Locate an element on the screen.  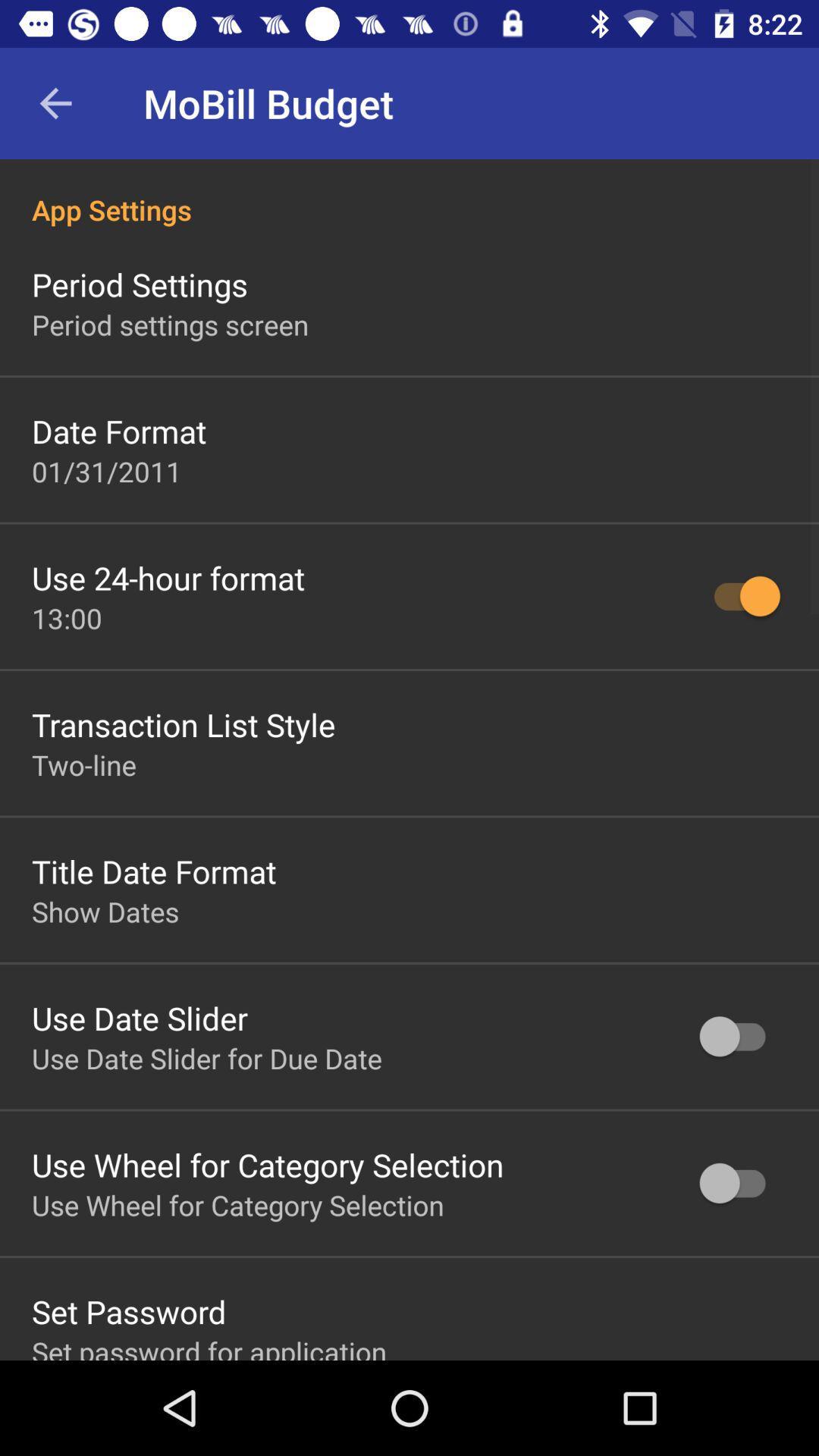
the 01/31/2011 is located at coordinates (106, 470).